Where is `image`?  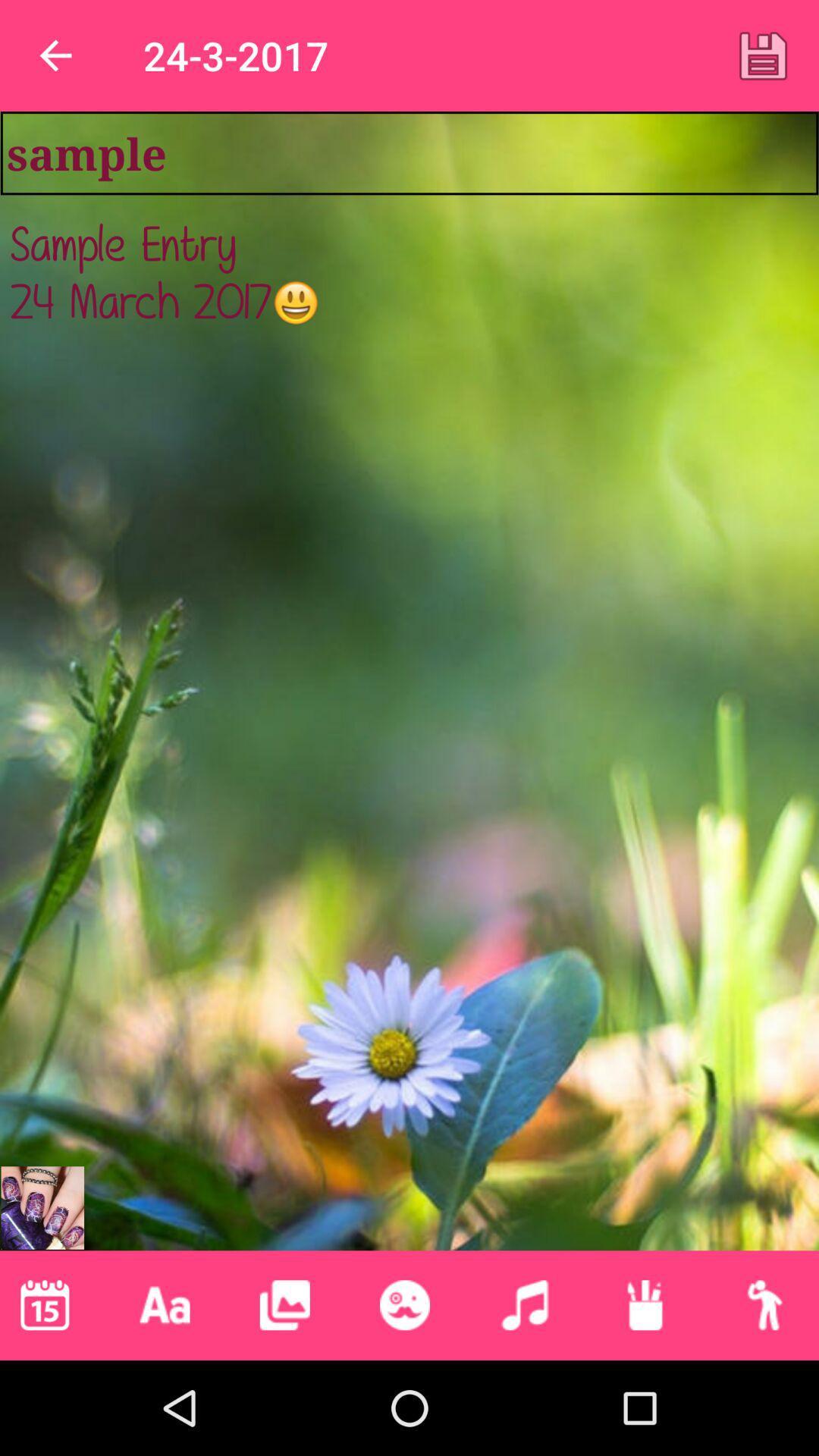
image is located at coordinates (763, 55).